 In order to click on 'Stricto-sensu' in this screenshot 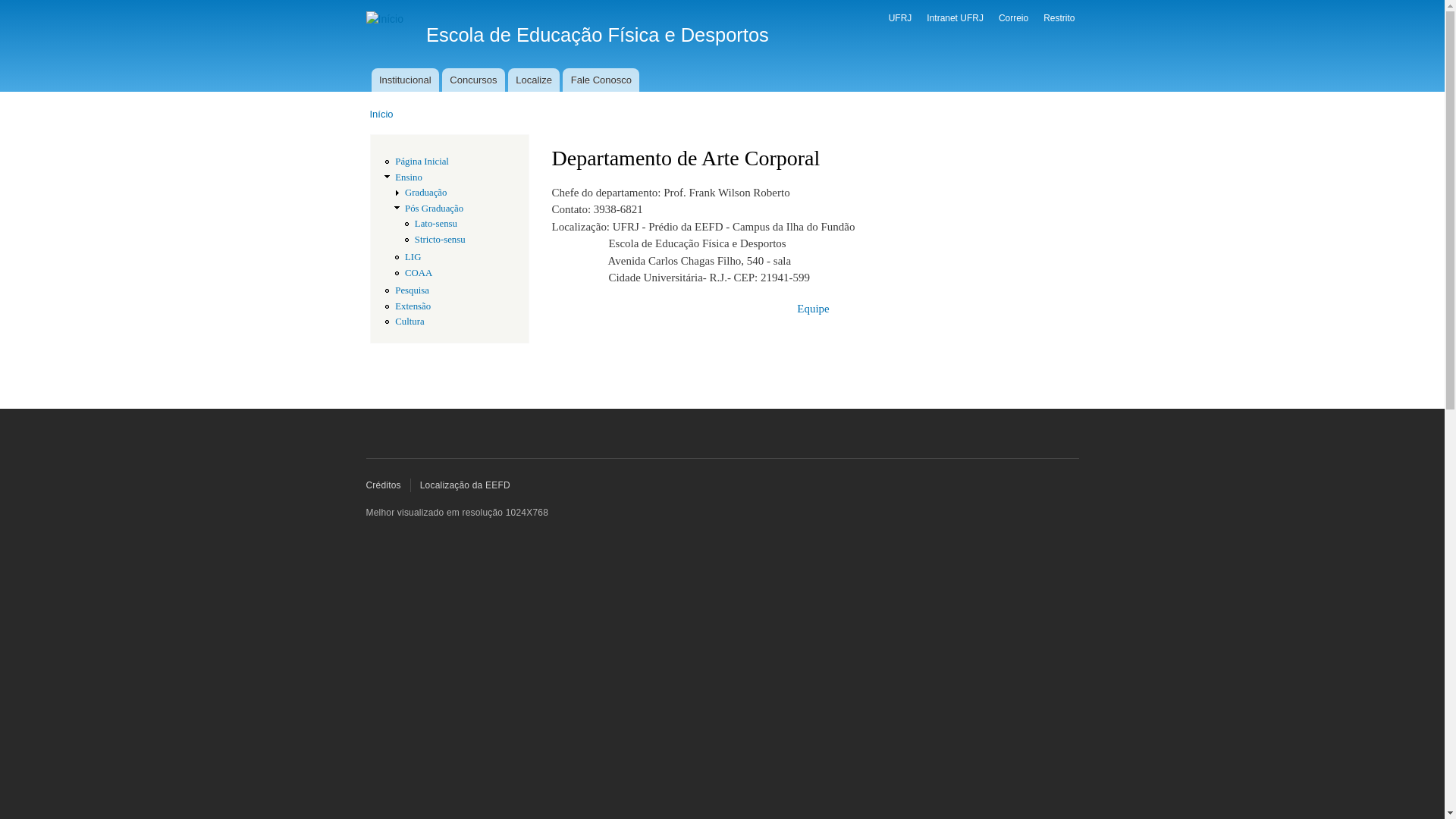, I will do `click(439, 239)`.